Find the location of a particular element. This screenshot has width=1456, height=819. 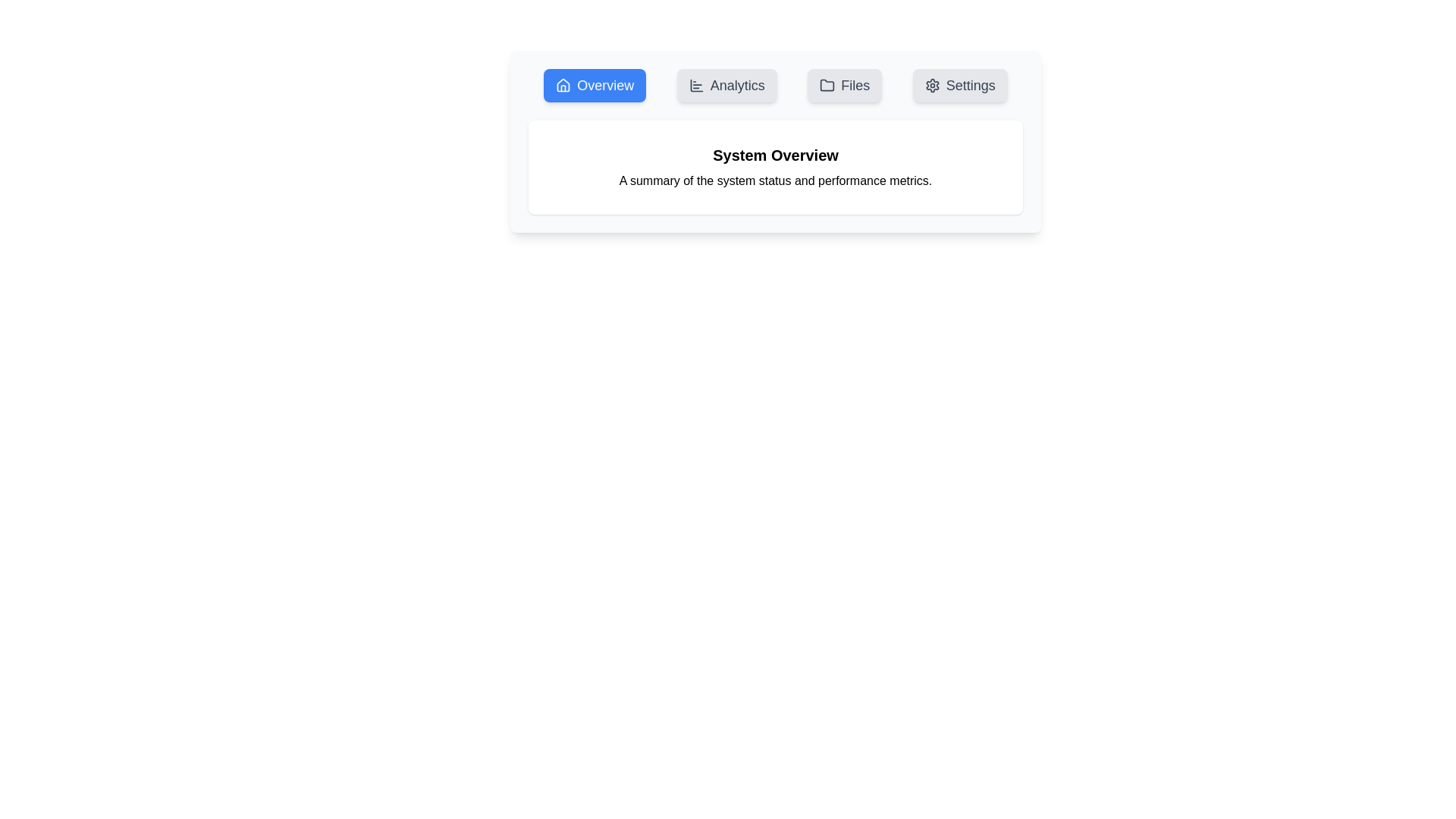

the 'Analytics' button, which is a rectangular button with rounded edges, light gray background, and a bar chart icon on the left is located at coordinates (726, 85).